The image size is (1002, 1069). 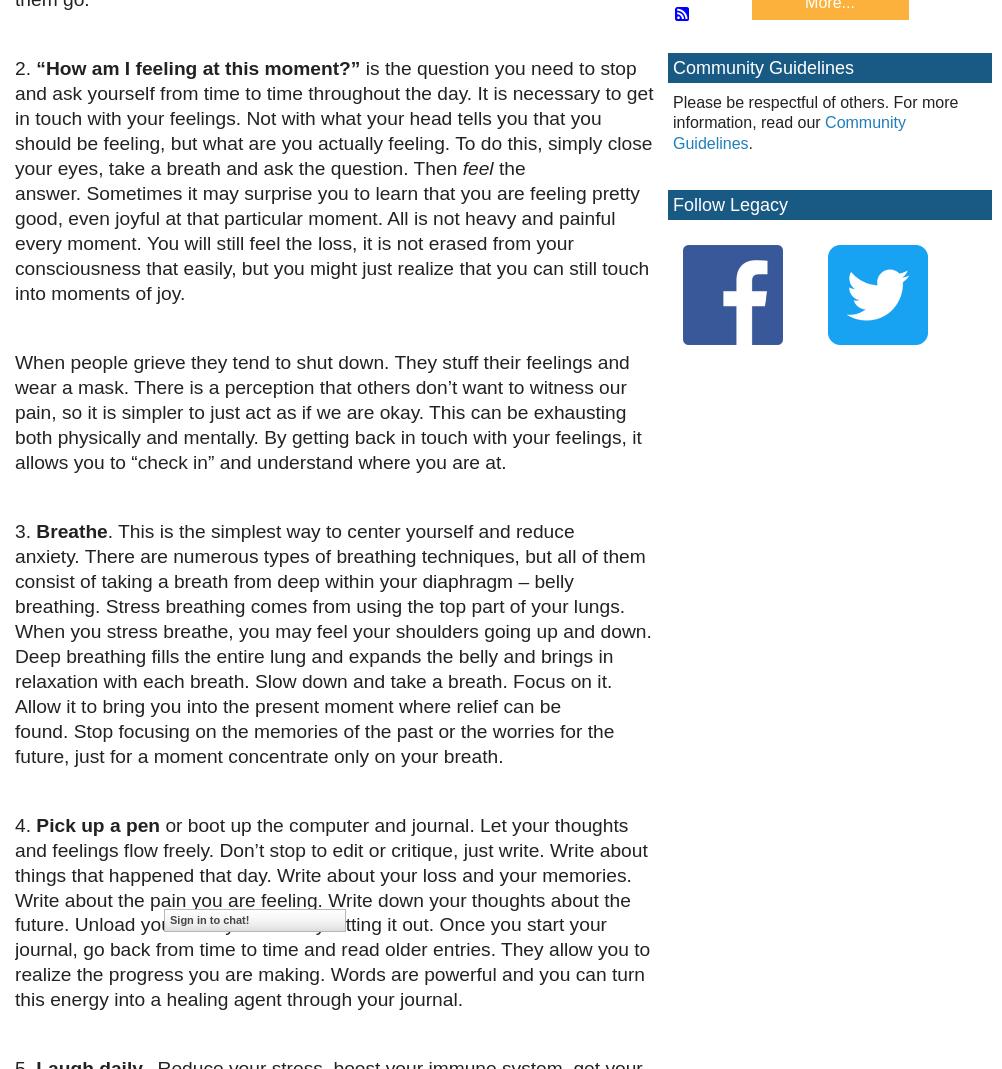 What do you see at coordinates (25, 67) in the screenshot?
I see `'2.'` at bounding box center [25, 67].